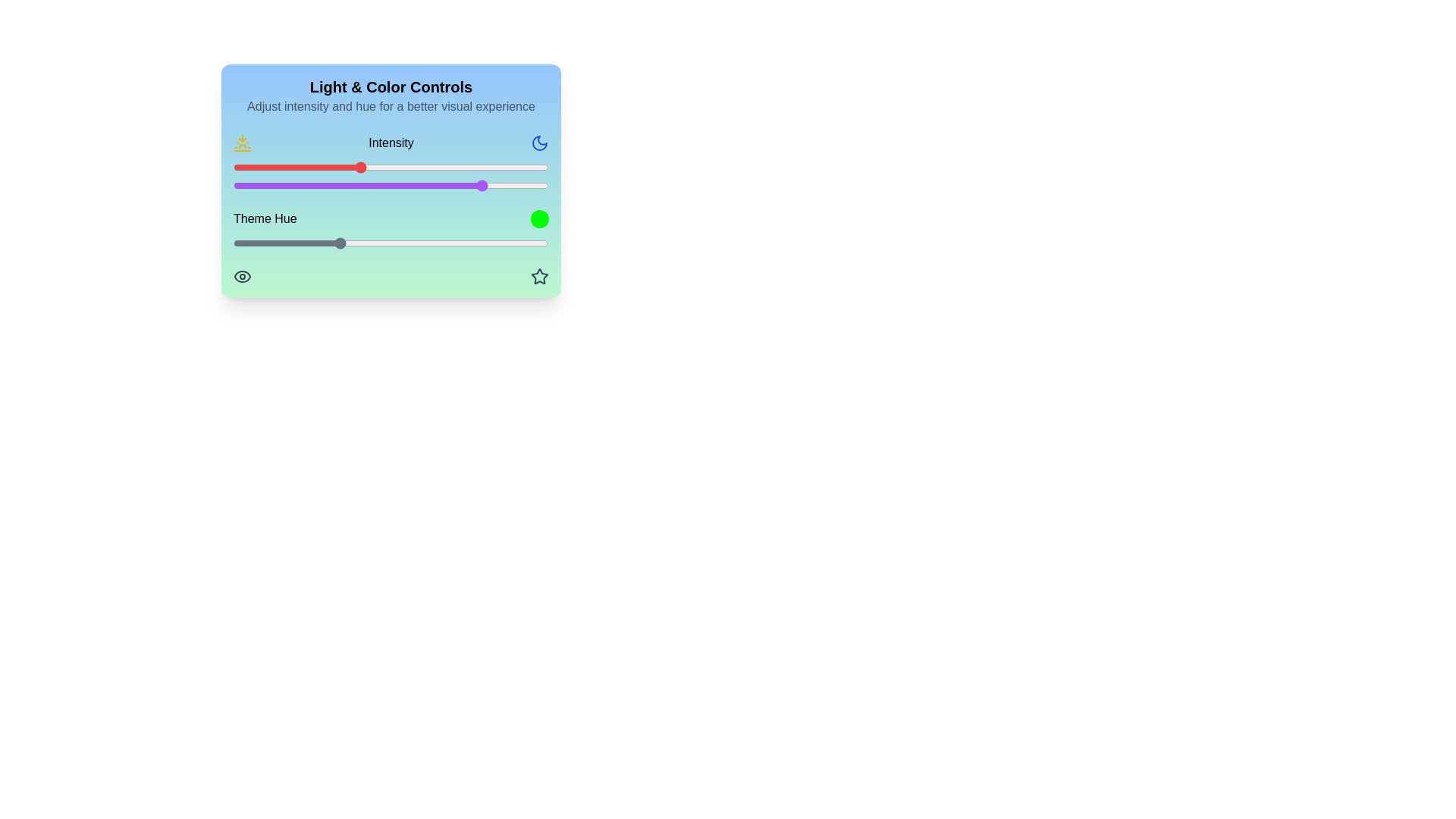 This screenshot has width=1456, height=819. I want to click on the bottom-most segment of the 'Light & Color Controls' panel, which serves as a footer or control section, so click(391, 277).